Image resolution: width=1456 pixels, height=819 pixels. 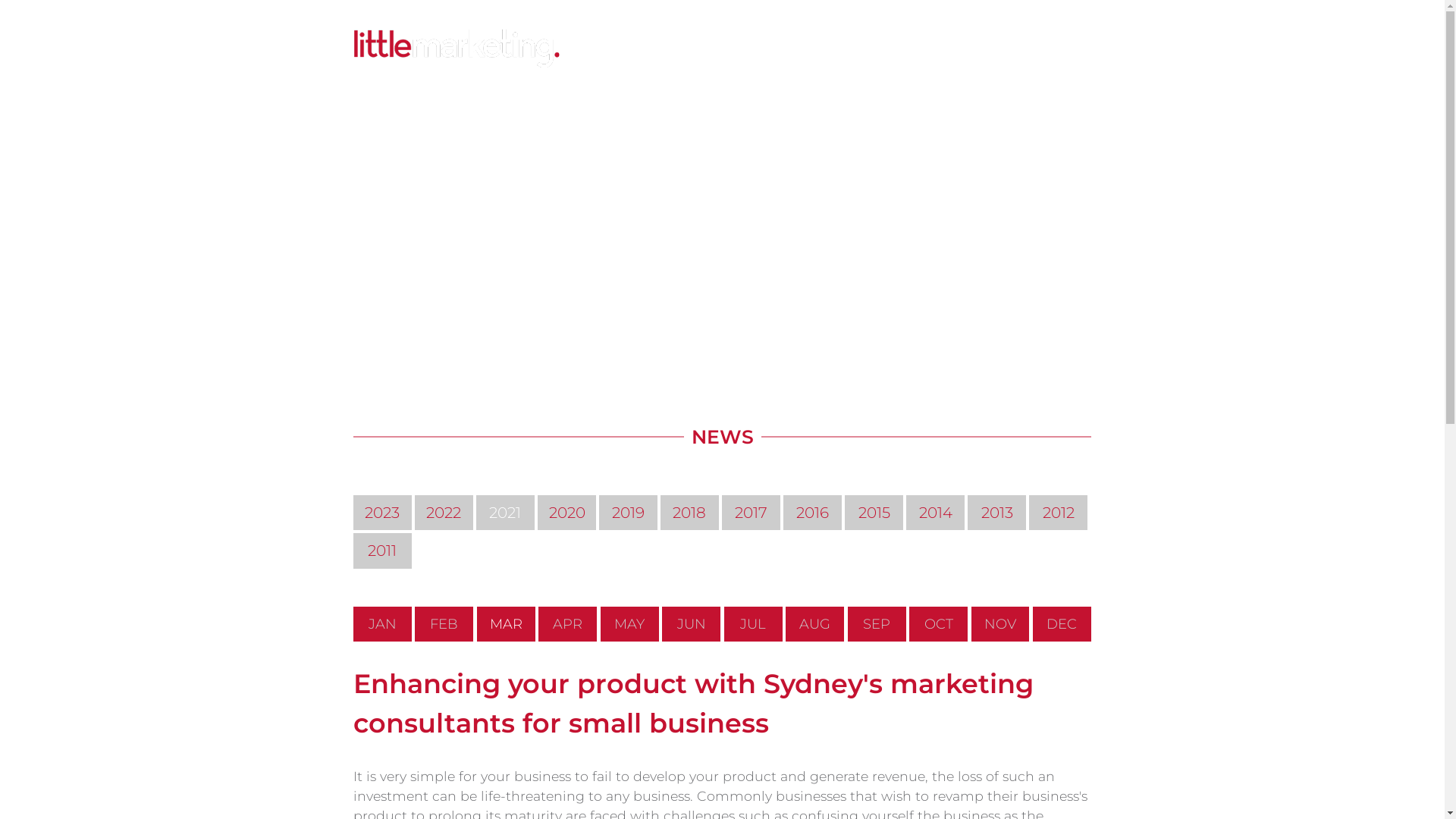 What do you see at coordinates (660, 512) in the screenshot?
I see `'2018'` at bounding box center [660, 512].